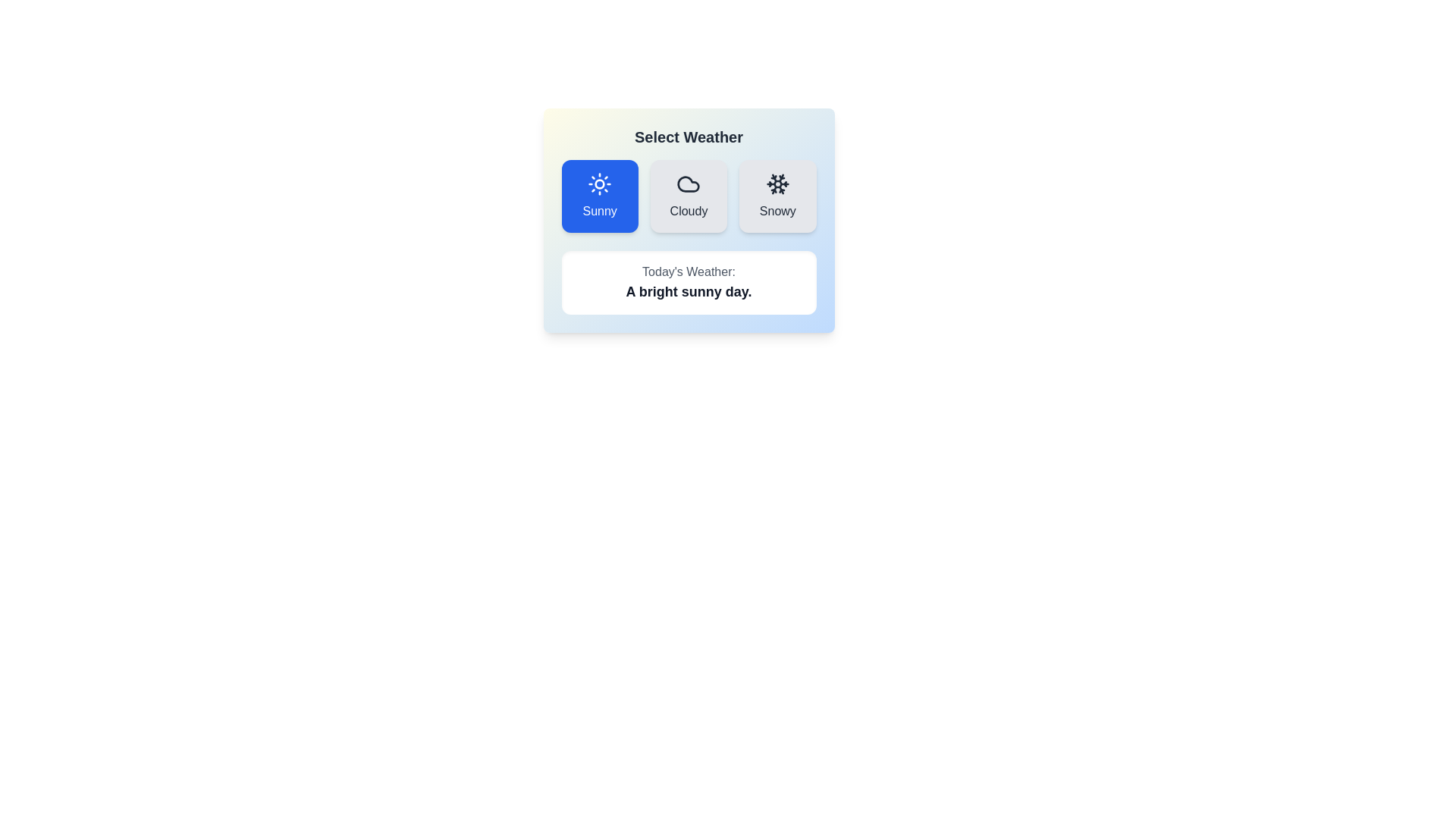 The height and width of the screenshot is (819, 1456). I want to click on the weather description displayed in the 'Today's Weather' section, so click(688, 292).